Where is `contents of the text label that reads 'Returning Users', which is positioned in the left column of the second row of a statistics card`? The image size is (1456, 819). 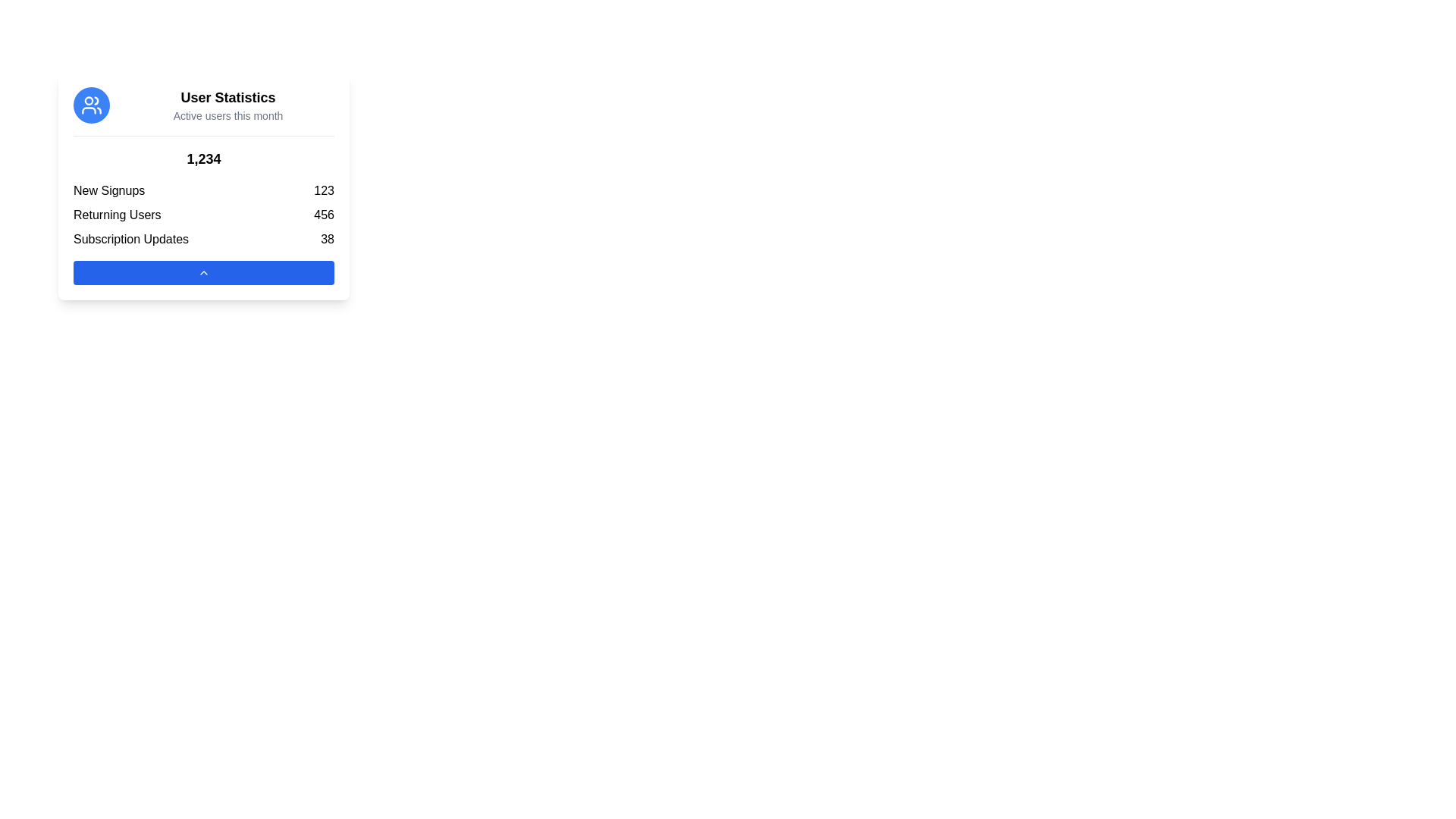
contents of the text label that reads 'Returning Users', which is positioned in the left column of the second row of a statistics card is located at coordinates (116, 215).